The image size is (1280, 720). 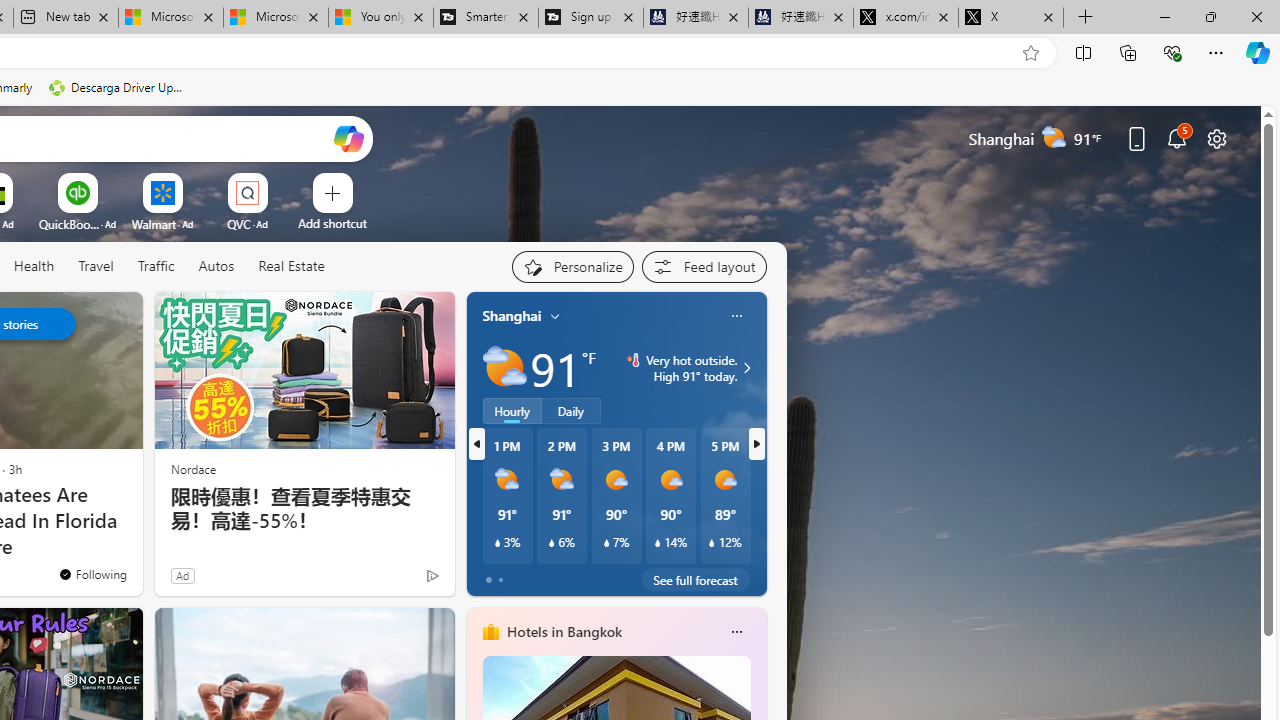 What do you see at coordinates (555, 315) in the screenshot?
I see `'My location'` at bounding box center [555, 315].